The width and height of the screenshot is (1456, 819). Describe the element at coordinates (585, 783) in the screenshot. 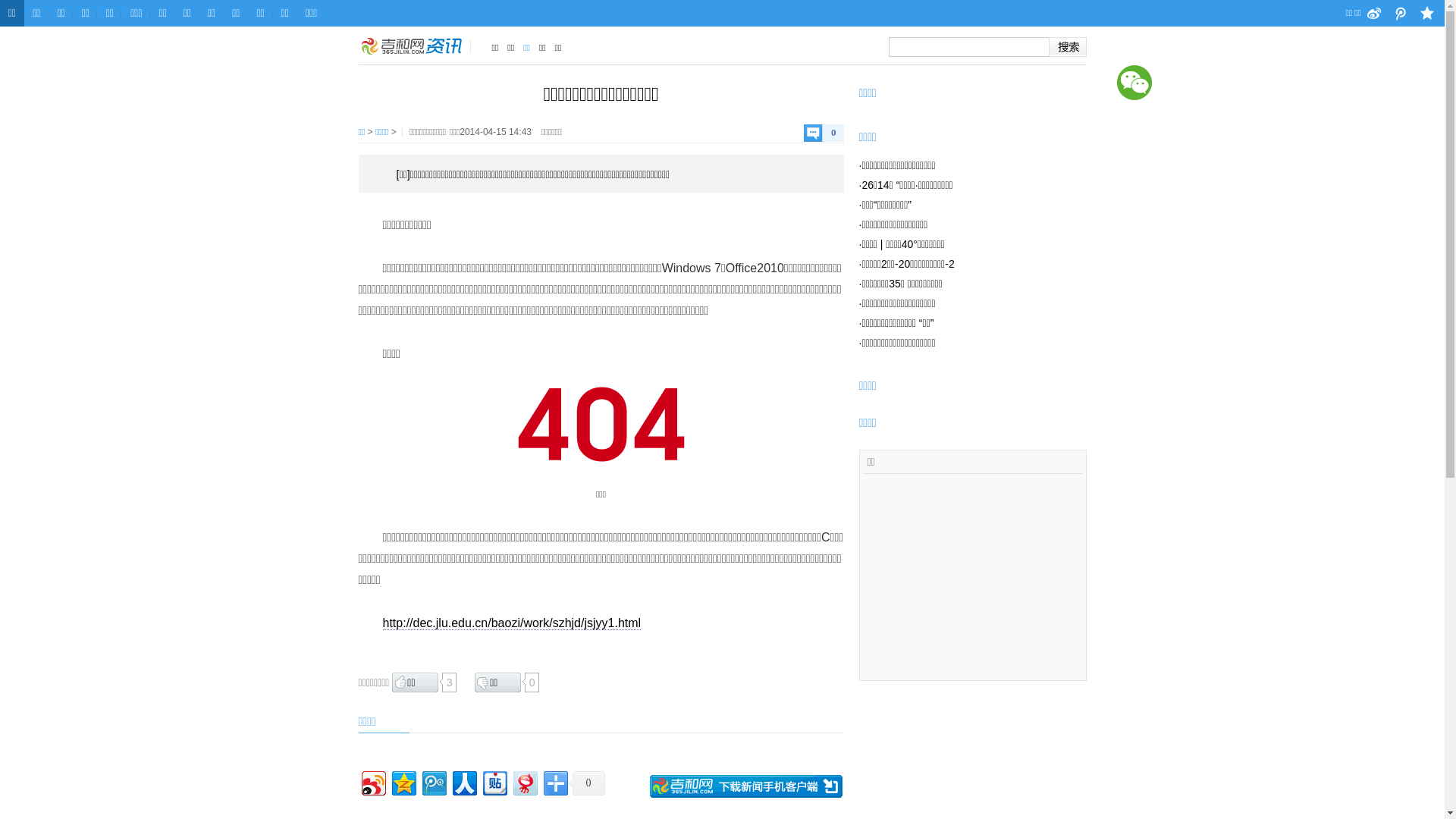

I see `'0'` at that location.